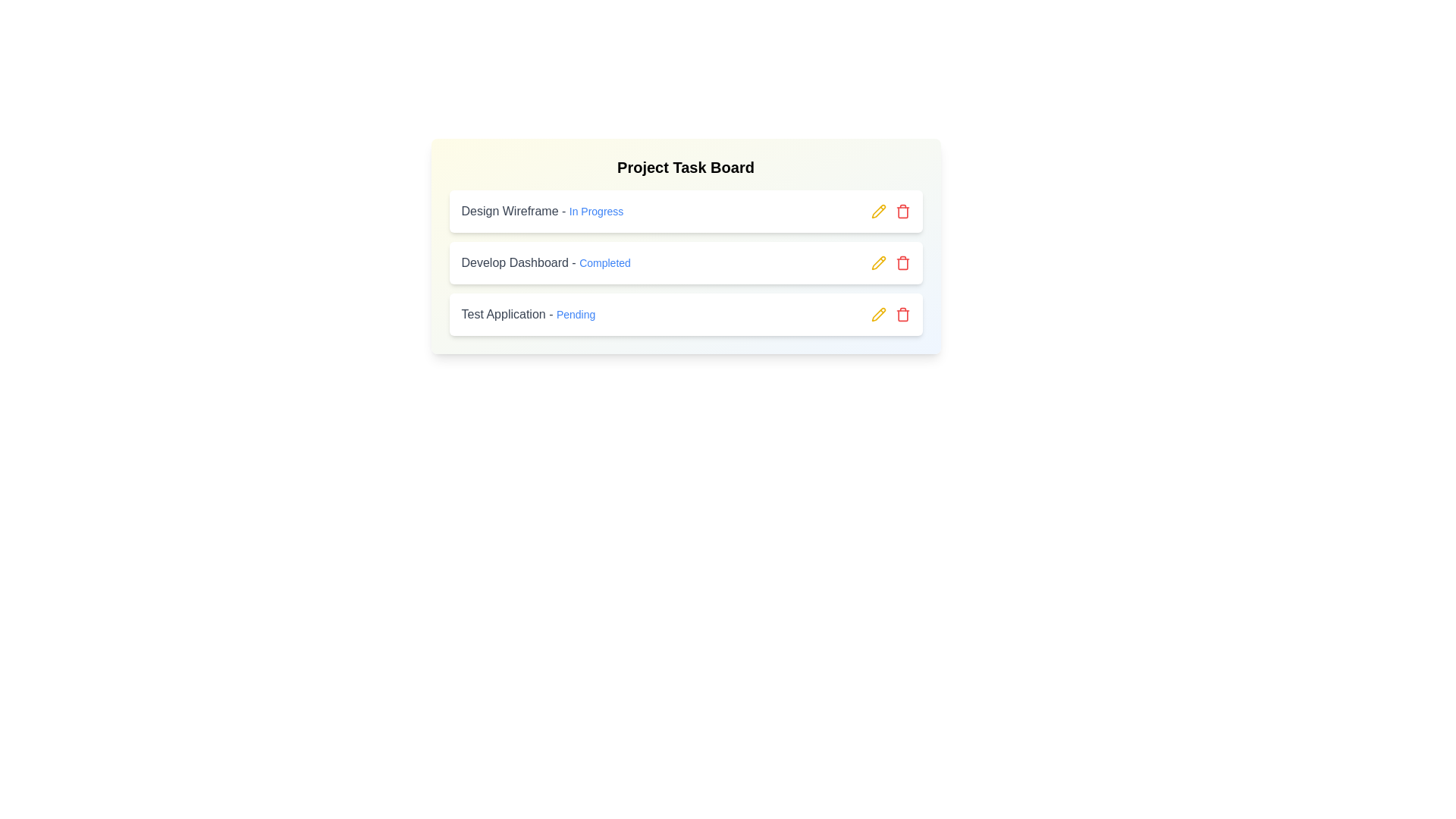 This screenshot has width=1456, height=819. I want to click on the status label of the task Design Wireframe to highlight it, so click(595, 211).